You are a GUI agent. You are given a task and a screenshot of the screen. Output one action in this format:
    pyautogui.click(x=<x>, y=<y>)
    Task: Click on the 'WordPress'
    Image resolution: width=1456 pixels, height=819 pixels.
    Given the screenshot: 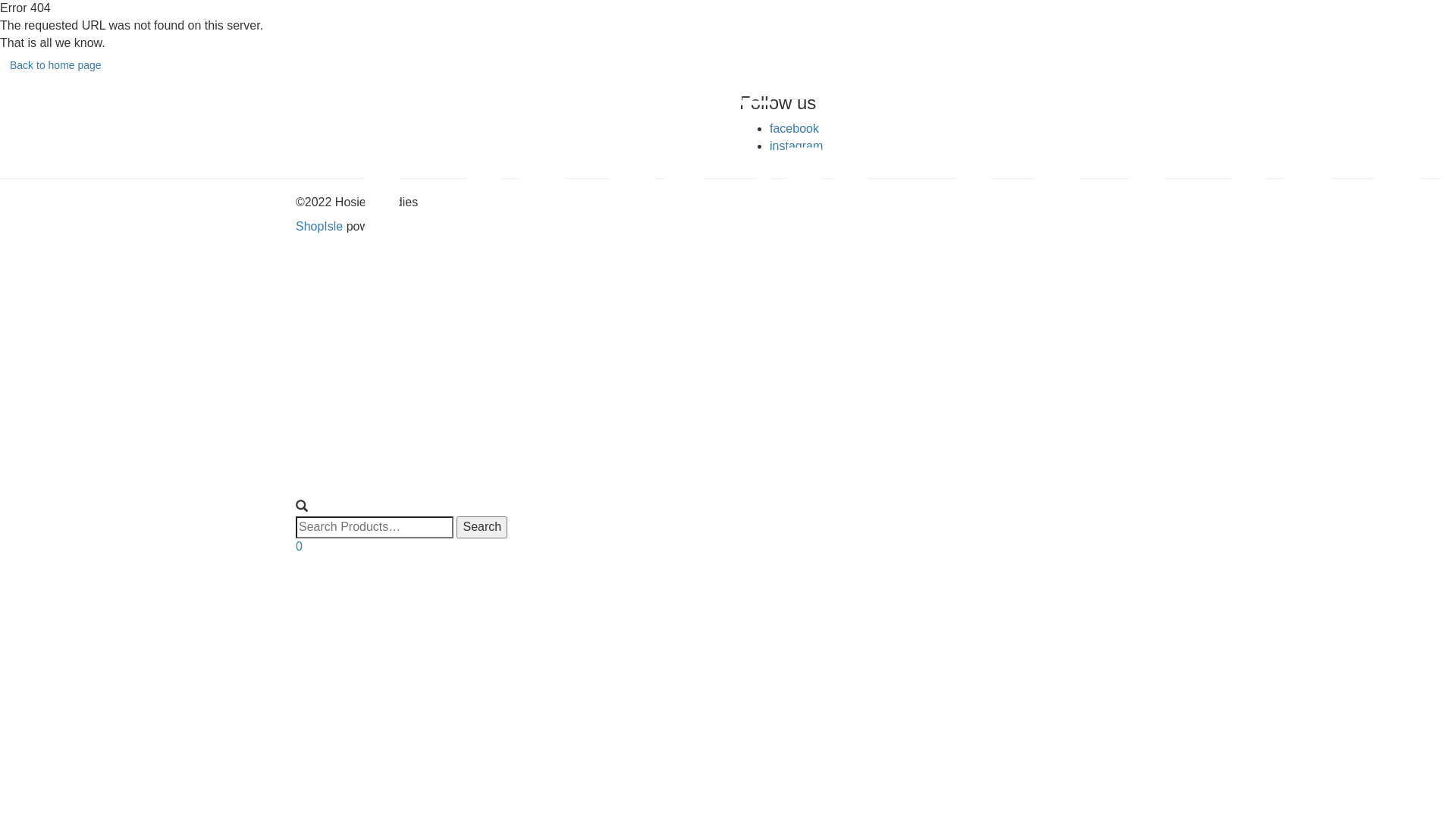 What is the action you would take?
    pyautogui.click(x=439, y=226)
    